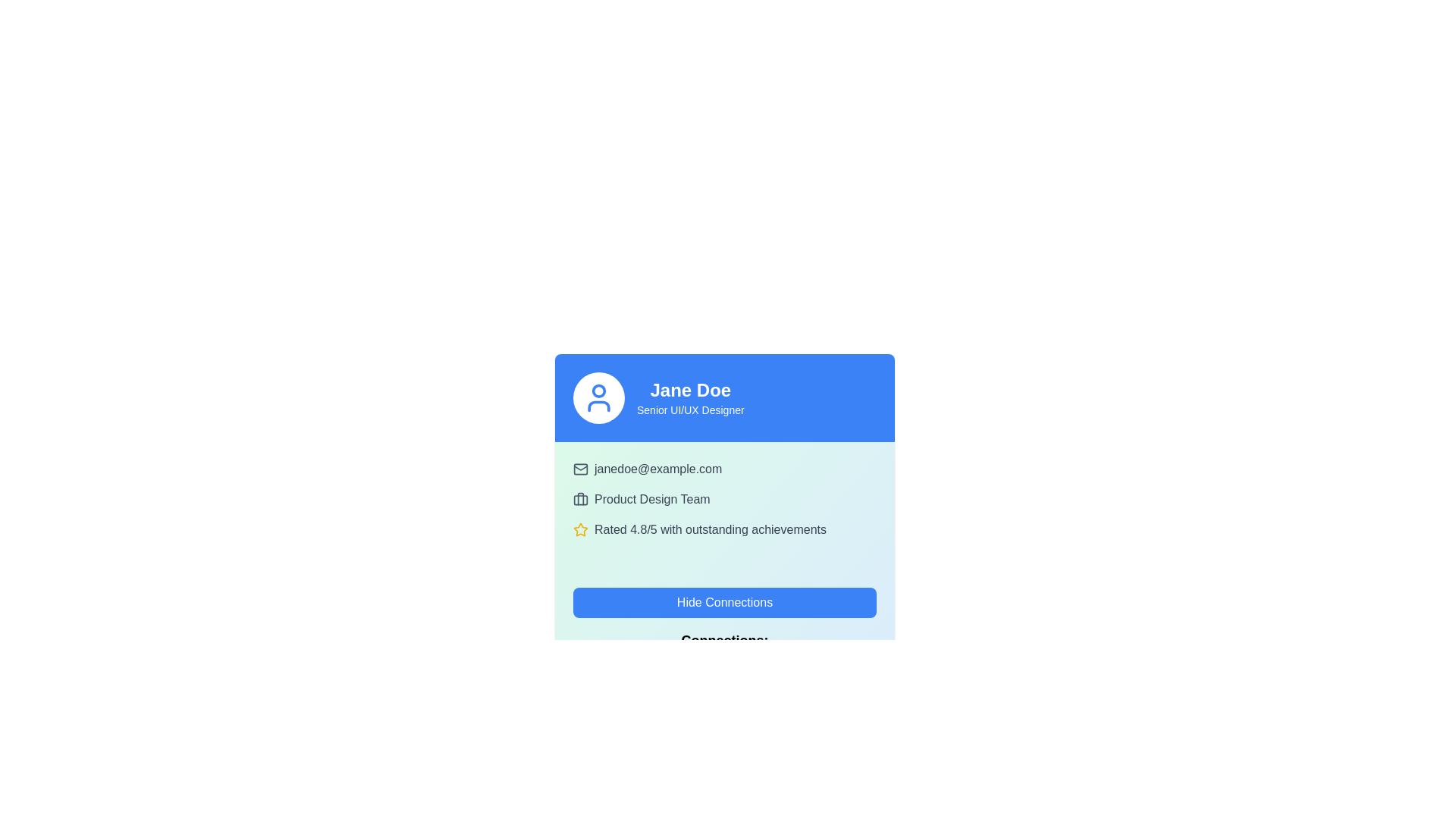 The image size is (1456, 819). What do you see at coordinates (580, 468) in the screenshot?
I see `the email icon located to the left of 'janedoe@example.com', which serves as a decorative or informative element` at bounding box center [580, 468].